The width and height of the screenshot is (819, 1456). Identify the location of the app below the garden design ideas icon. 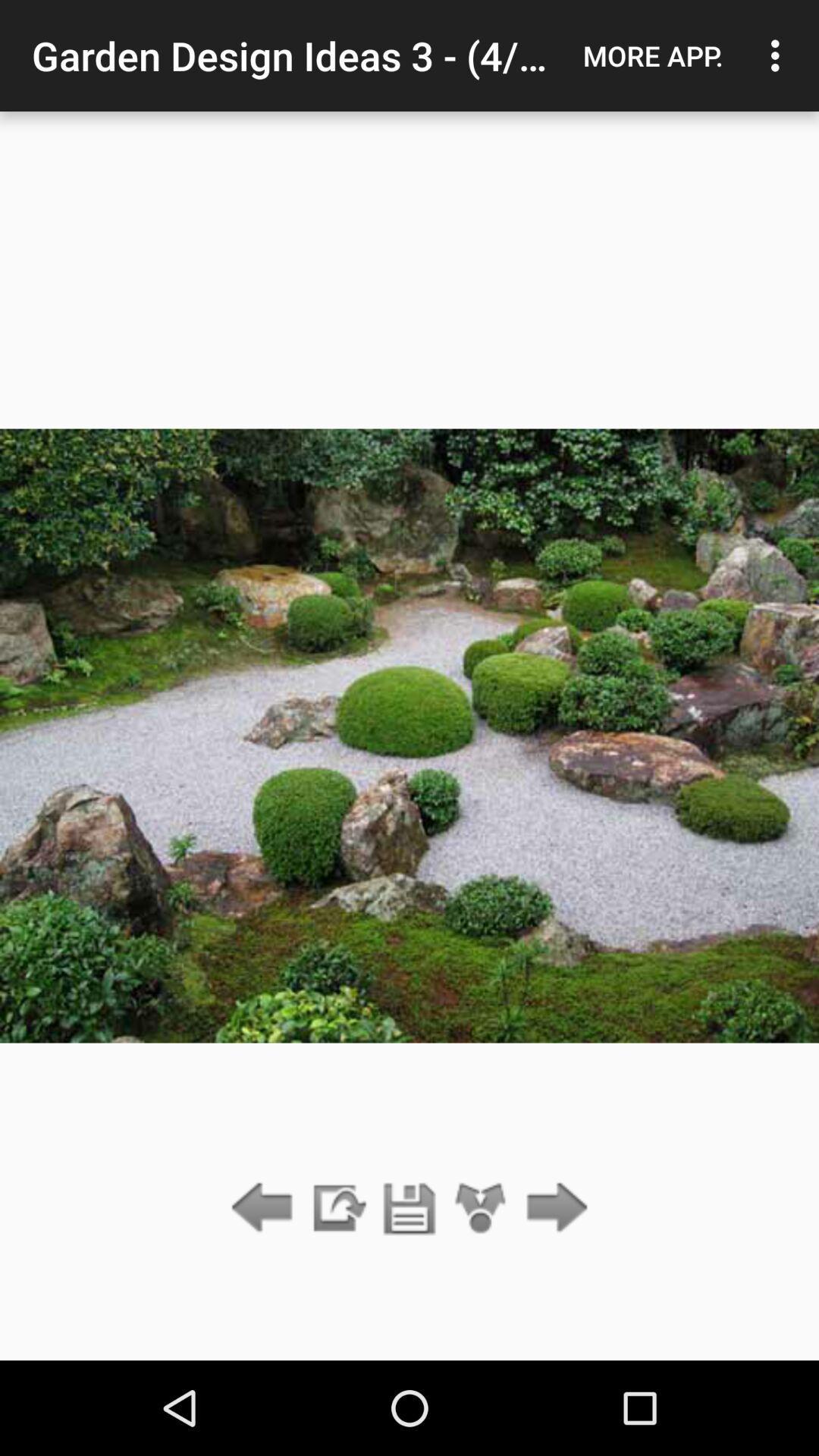
(337, 1208).